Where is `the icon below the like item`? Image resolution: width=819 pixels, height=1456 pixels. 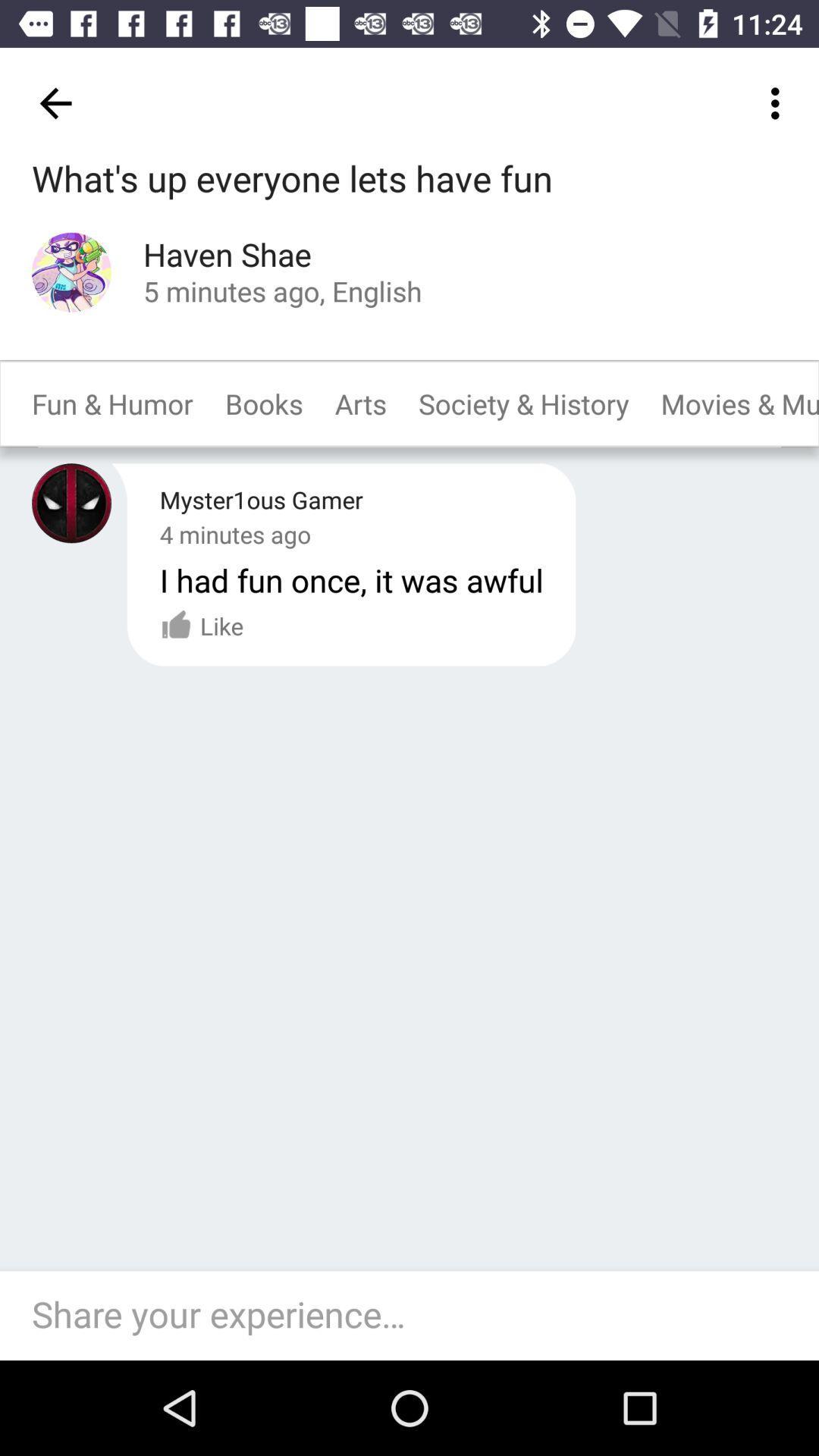 the icon below the like item is located at coordinates (417, 1315).